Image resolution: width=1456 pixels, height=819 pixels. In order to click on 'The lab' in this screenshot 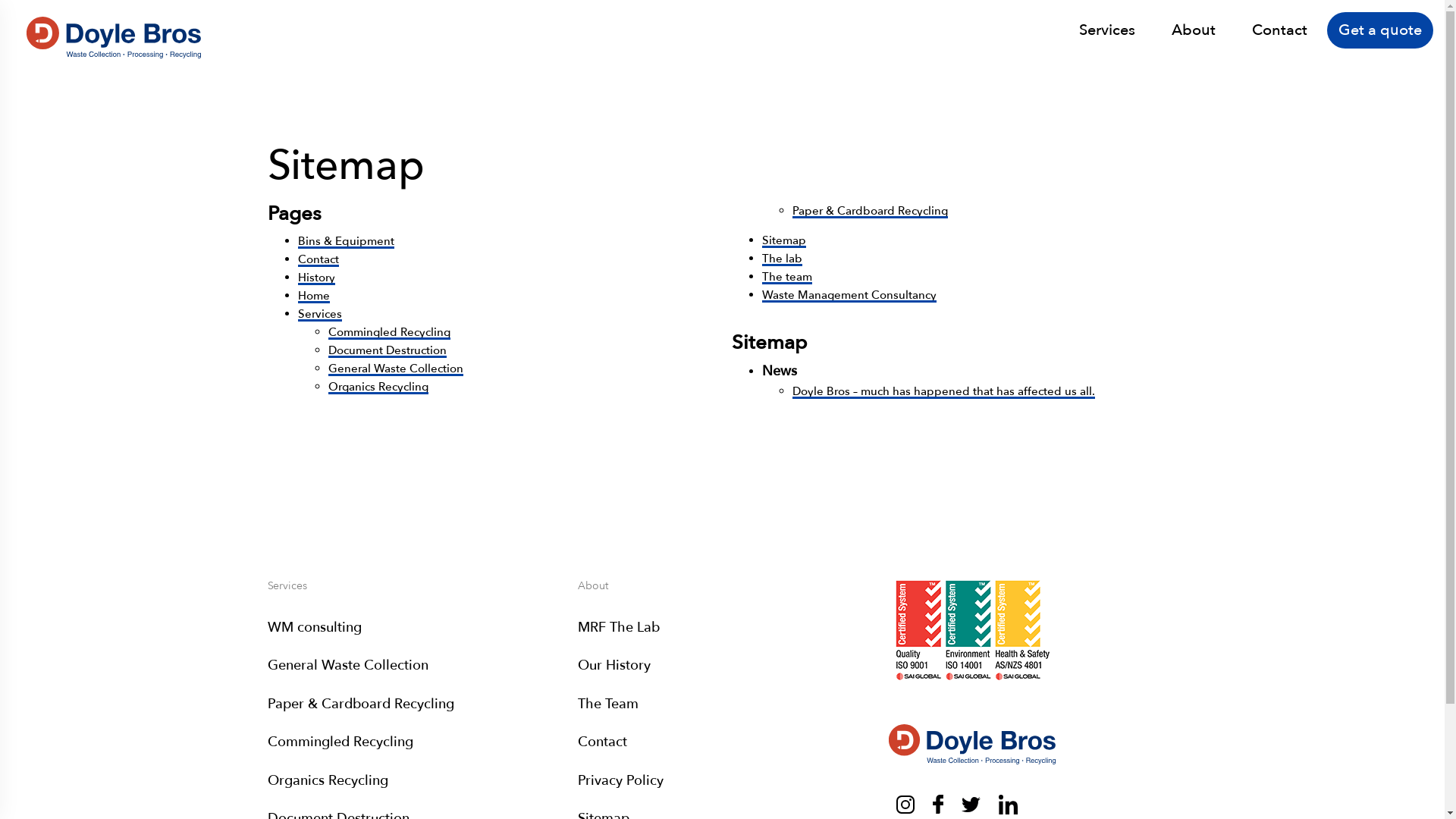, I will do `click(782, 257)`.